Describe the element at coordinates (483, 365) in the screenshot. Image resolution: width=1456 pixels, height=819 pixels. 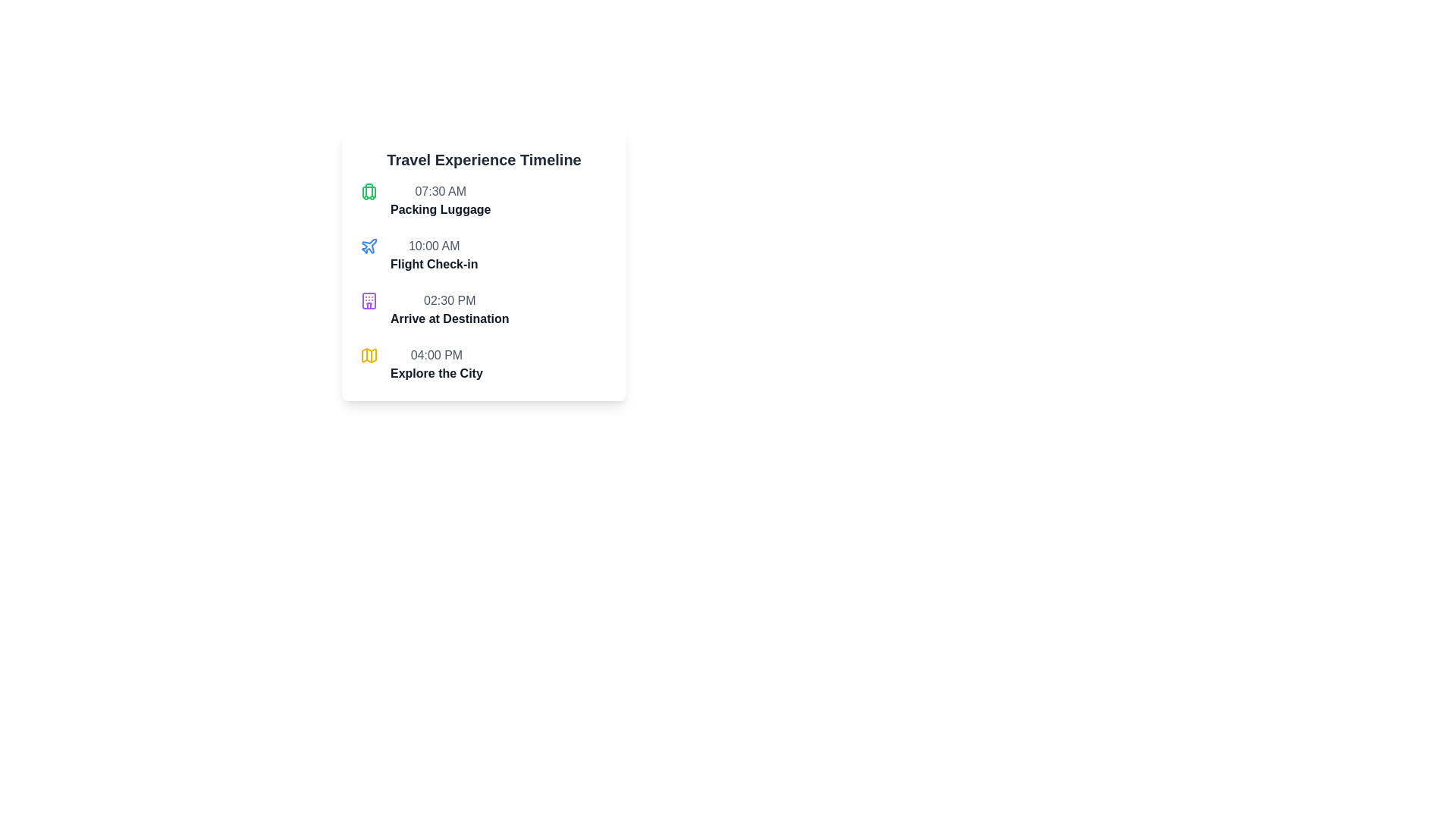
I see `the timeline item representing the event scheduled for '04:00 PM' with the title 'Explore the City', which is the fourth element in the vertical list of the timeline` at that location.